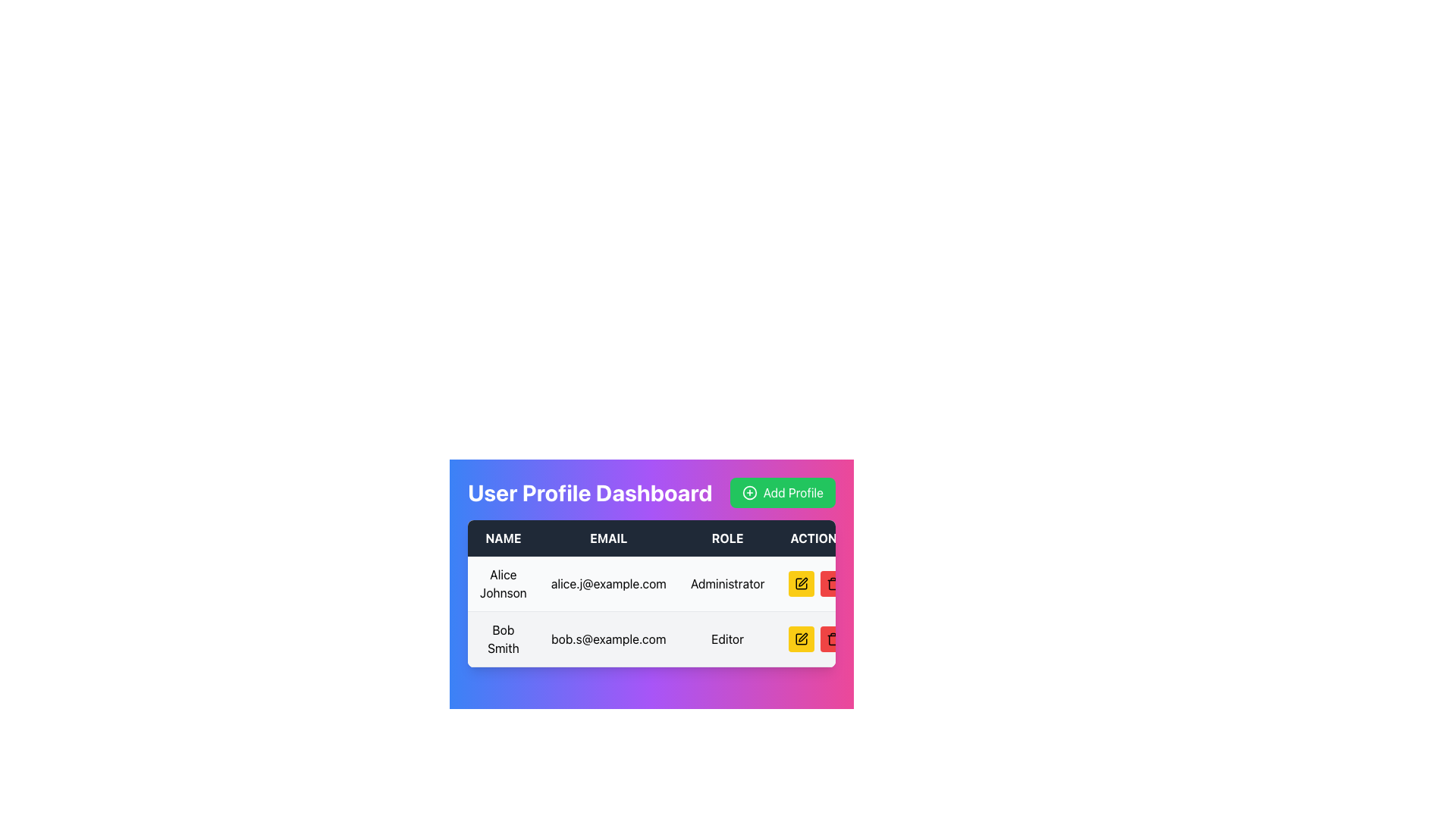 The height and width of the screenshot is (819, 1456). What do you see at coordinates (817, 583) in the screenshot?
I see `the delete button in the 'ACTION' column of the table associated with the 'Administrator' role and 'Alice Johnson' name` at bounding box center [817, 583].